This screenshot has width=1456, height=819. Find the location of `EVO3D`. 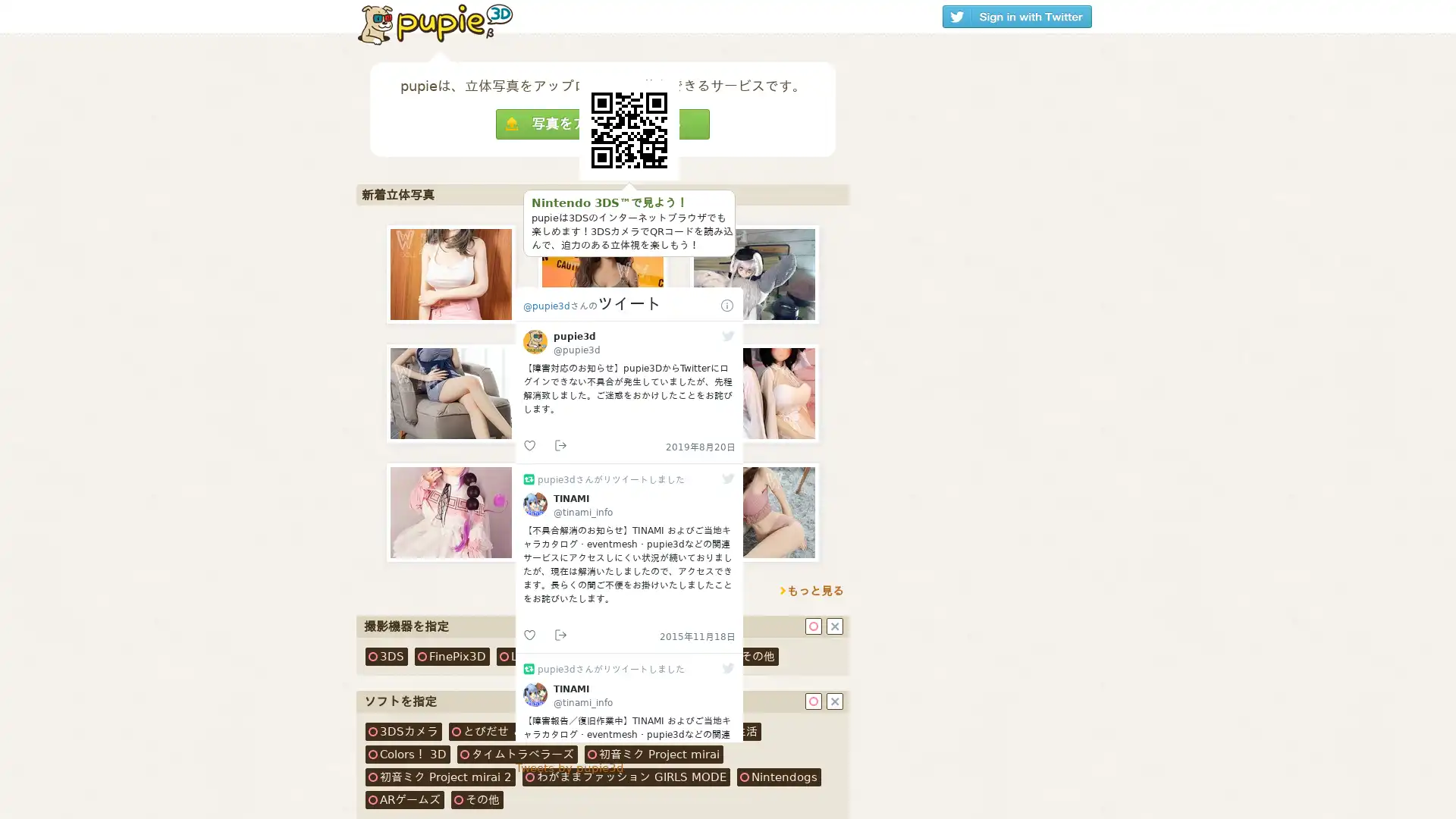

EVO3D is located at coordinates (689, 656).